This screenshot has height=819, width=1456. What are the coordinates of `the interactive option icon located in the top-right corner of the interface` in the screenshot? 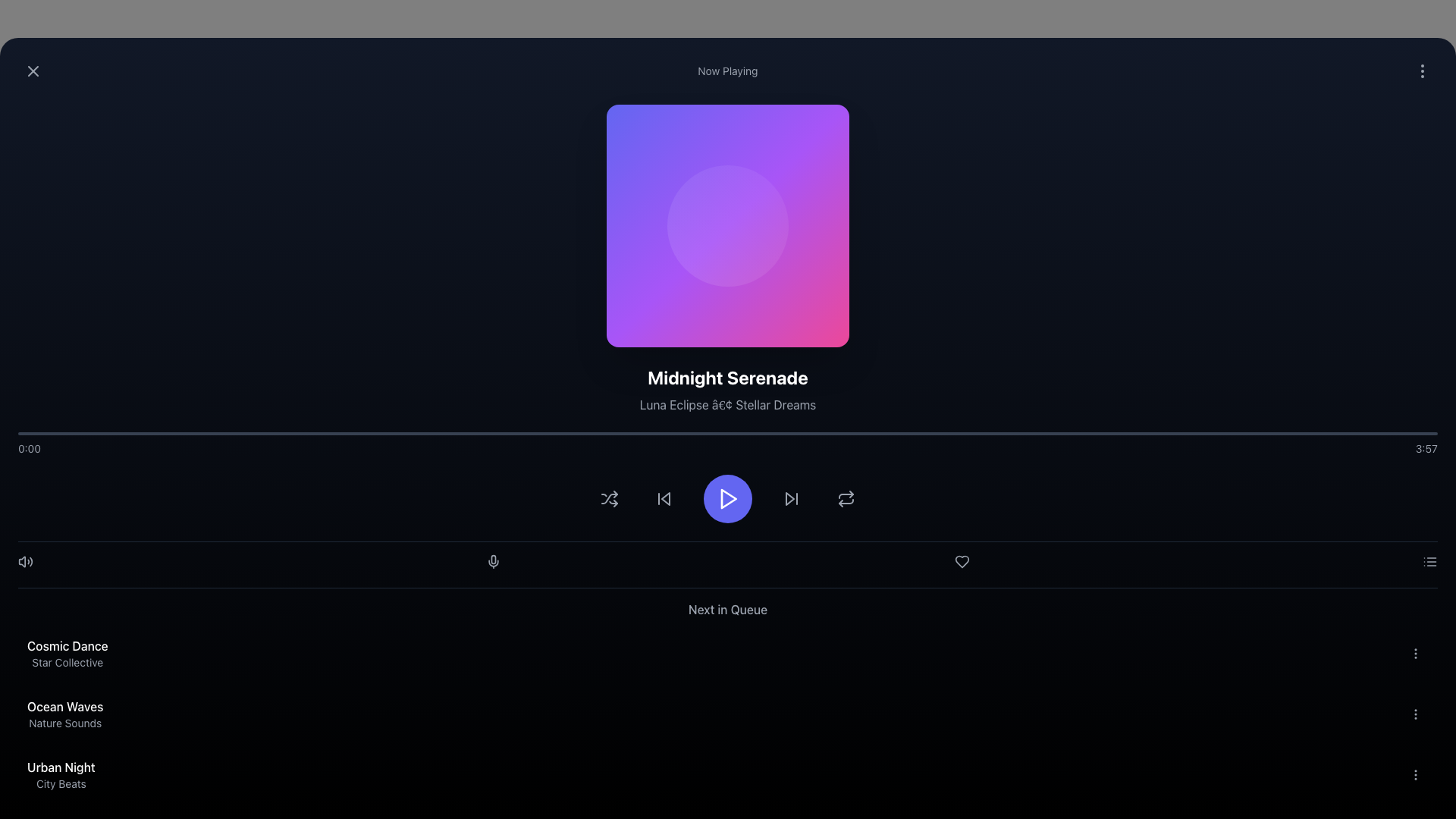 It's located at (1422, 71).